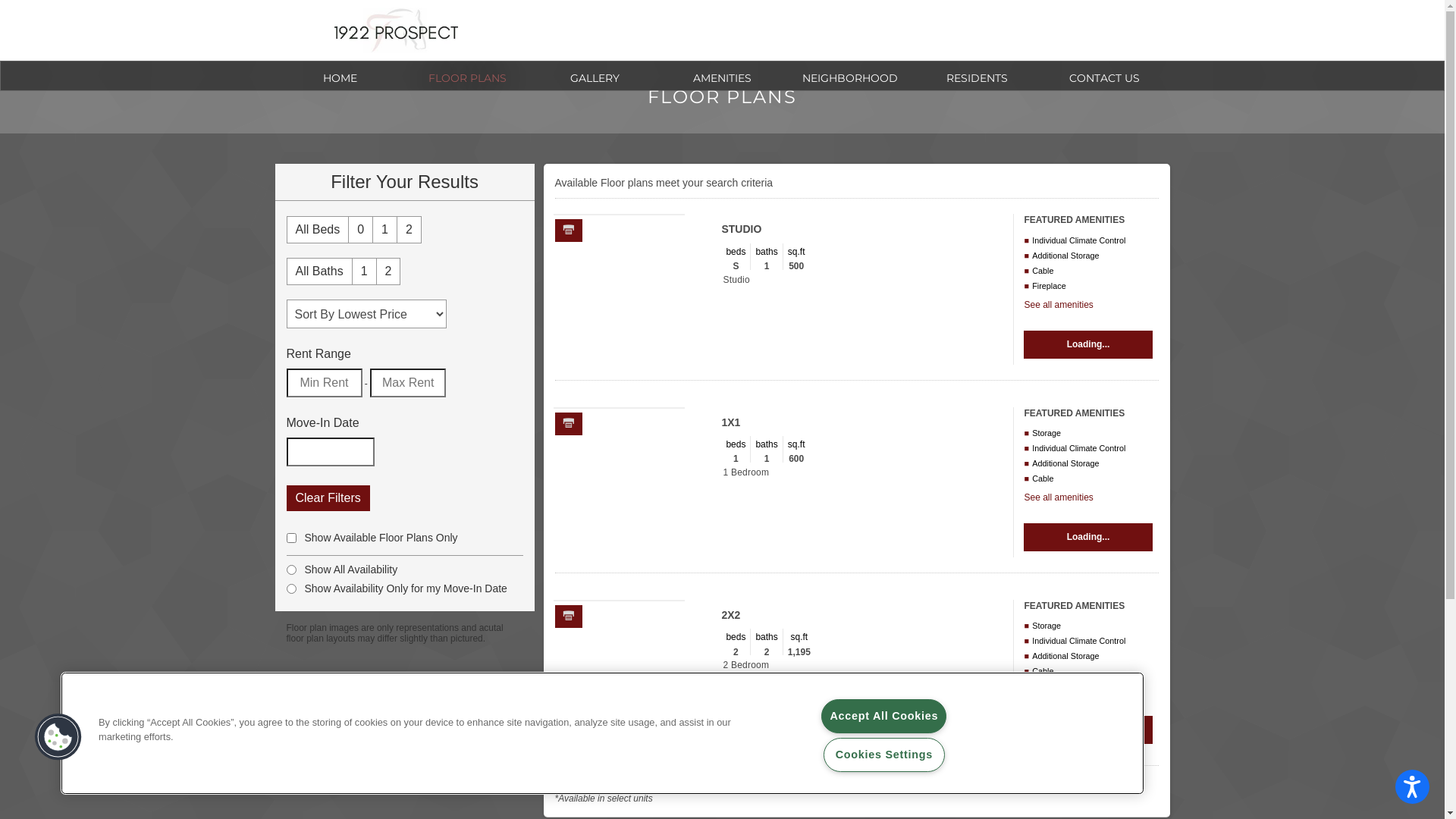  I want to click on 'AMENITIES', so click(720, 76).